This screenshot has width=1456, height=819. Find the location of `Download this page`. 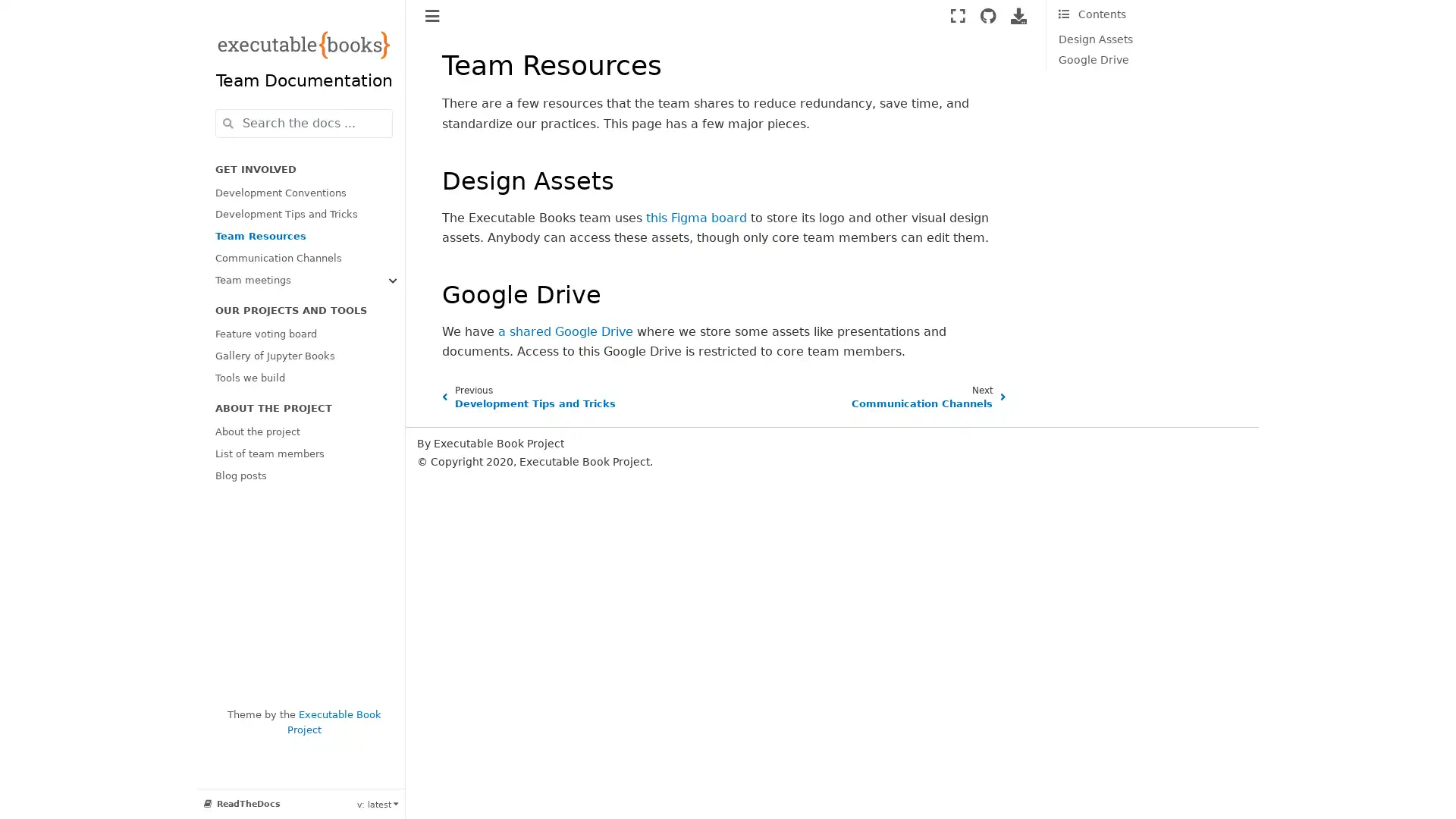

Download this page is located at coordinates (1018, 15).